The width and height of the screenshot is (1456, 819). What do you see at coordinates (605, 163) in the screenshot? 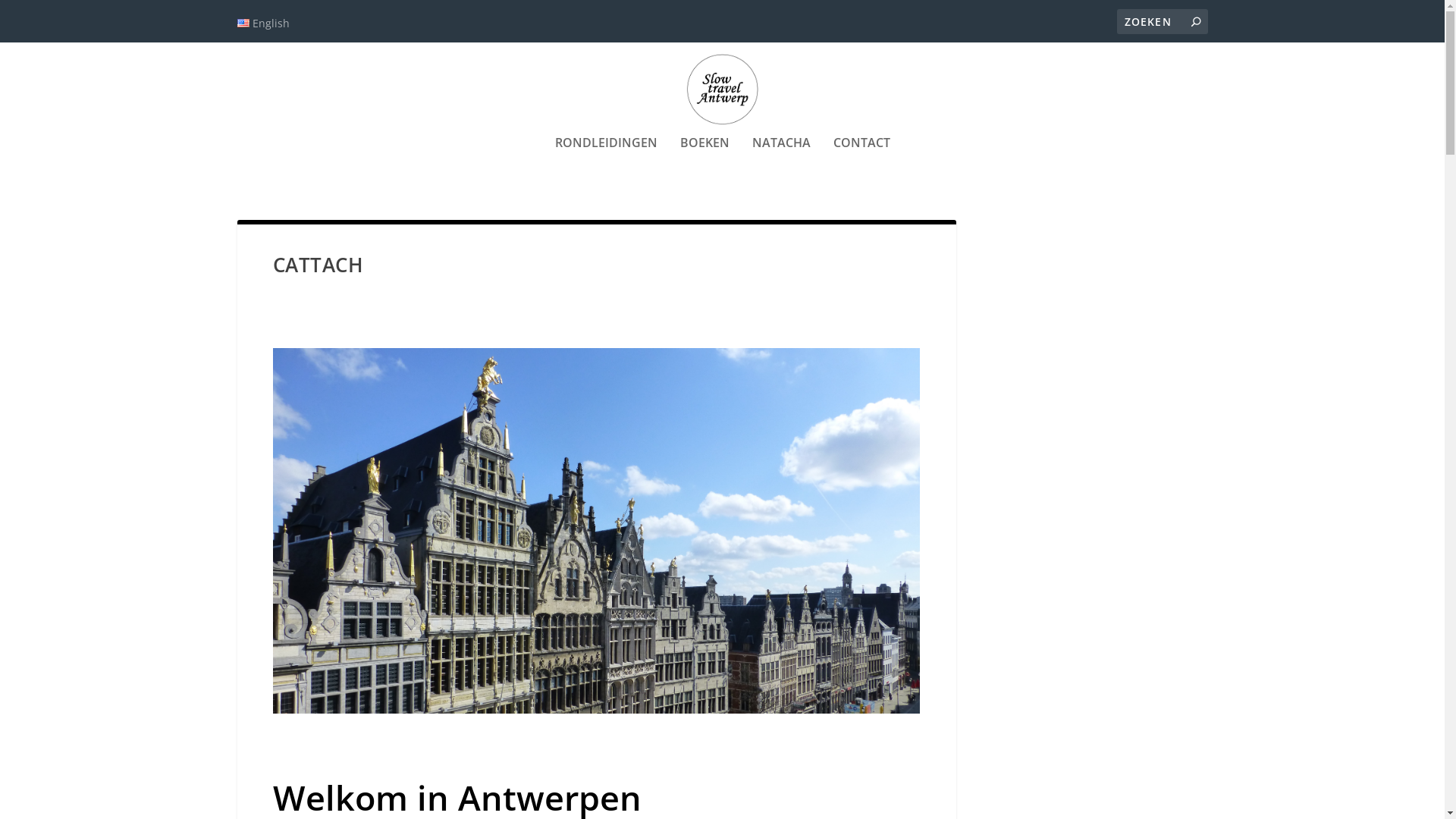
I see `'RONDLEIDINGEN'` at bounding box center [605, 163].